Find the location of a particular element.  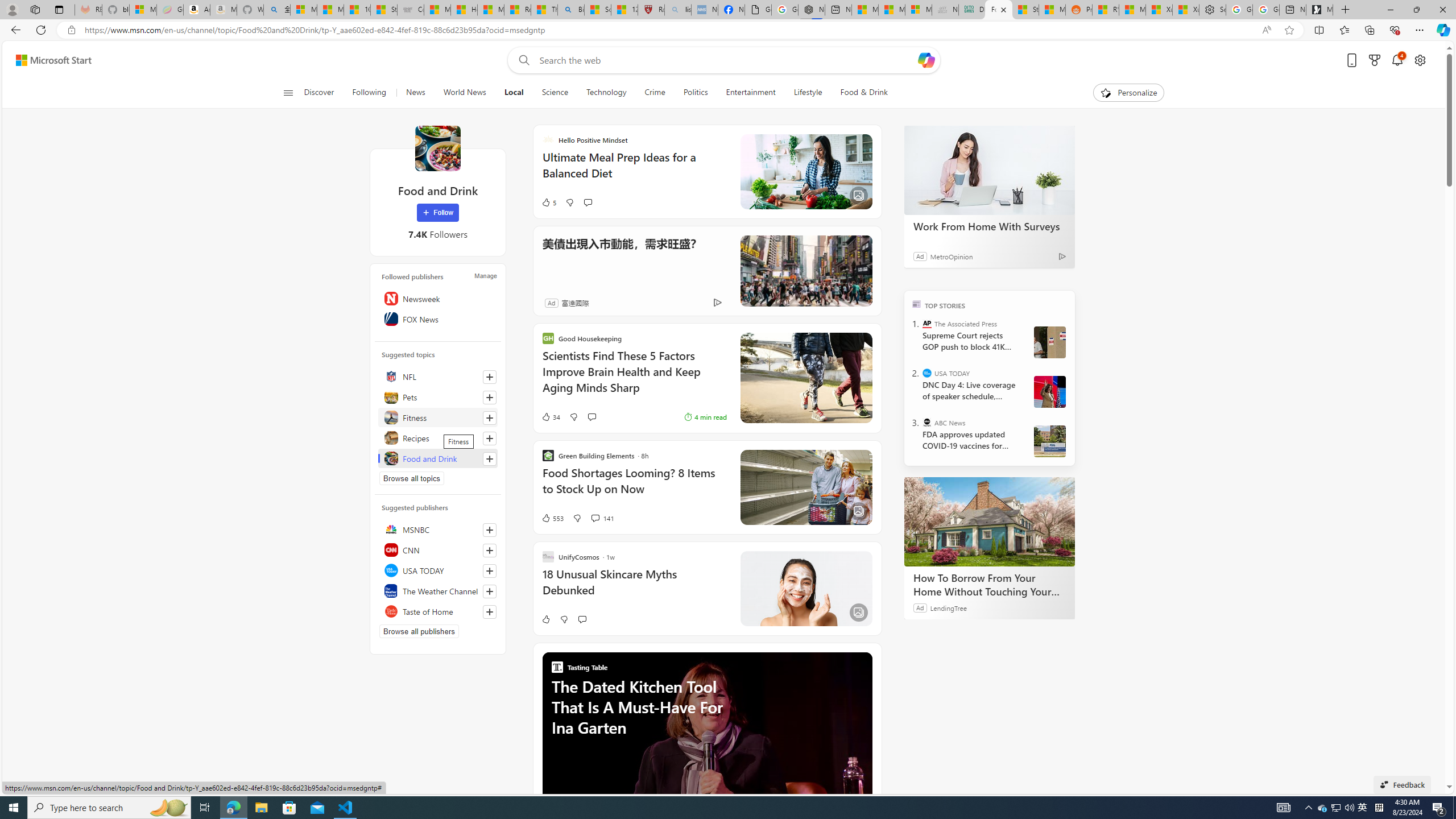

'Follow this source' is located at coordinates (489, 612).